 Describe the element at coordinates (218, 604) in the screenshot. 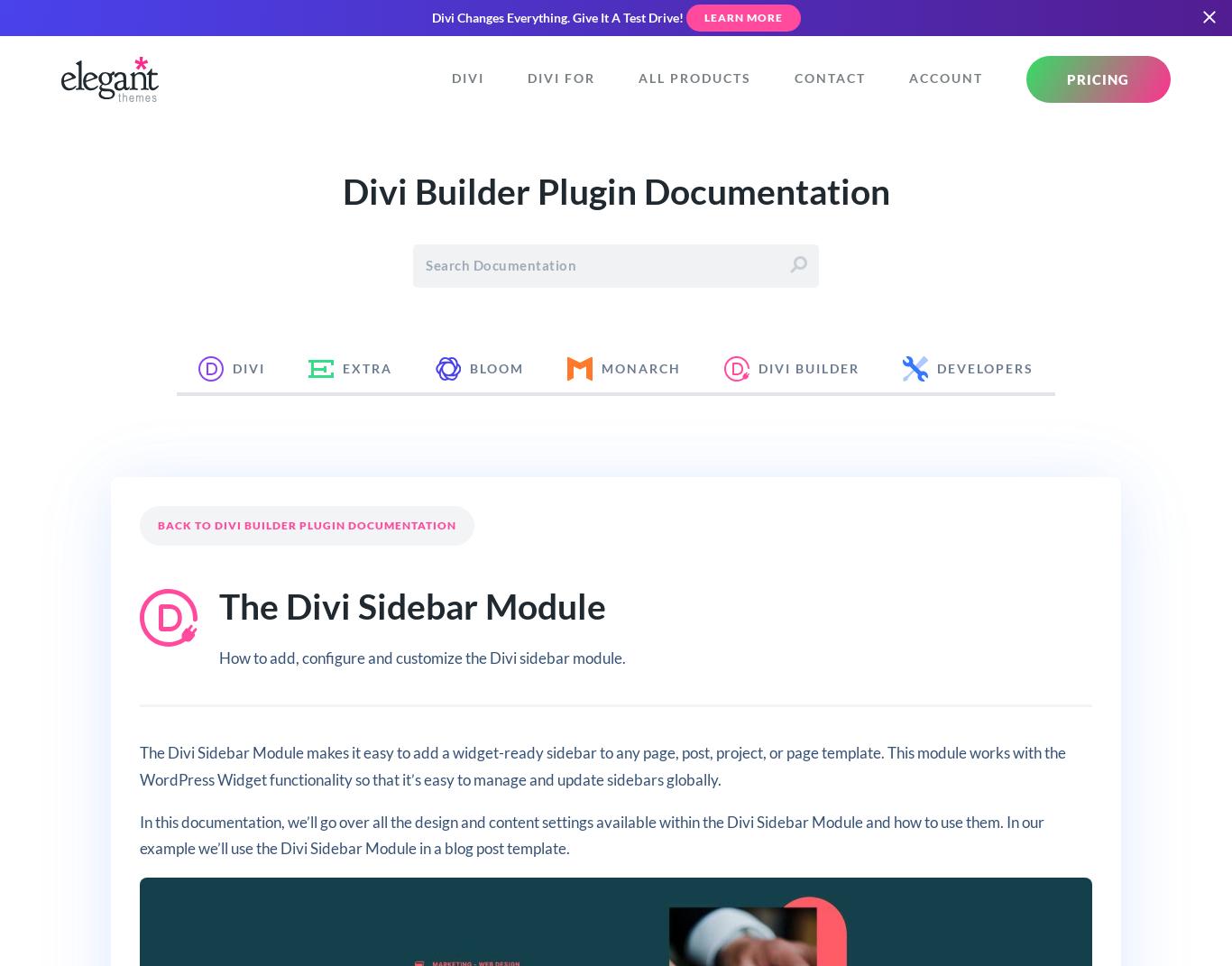

I see `'The Divi Sidebar Module'` at that location.